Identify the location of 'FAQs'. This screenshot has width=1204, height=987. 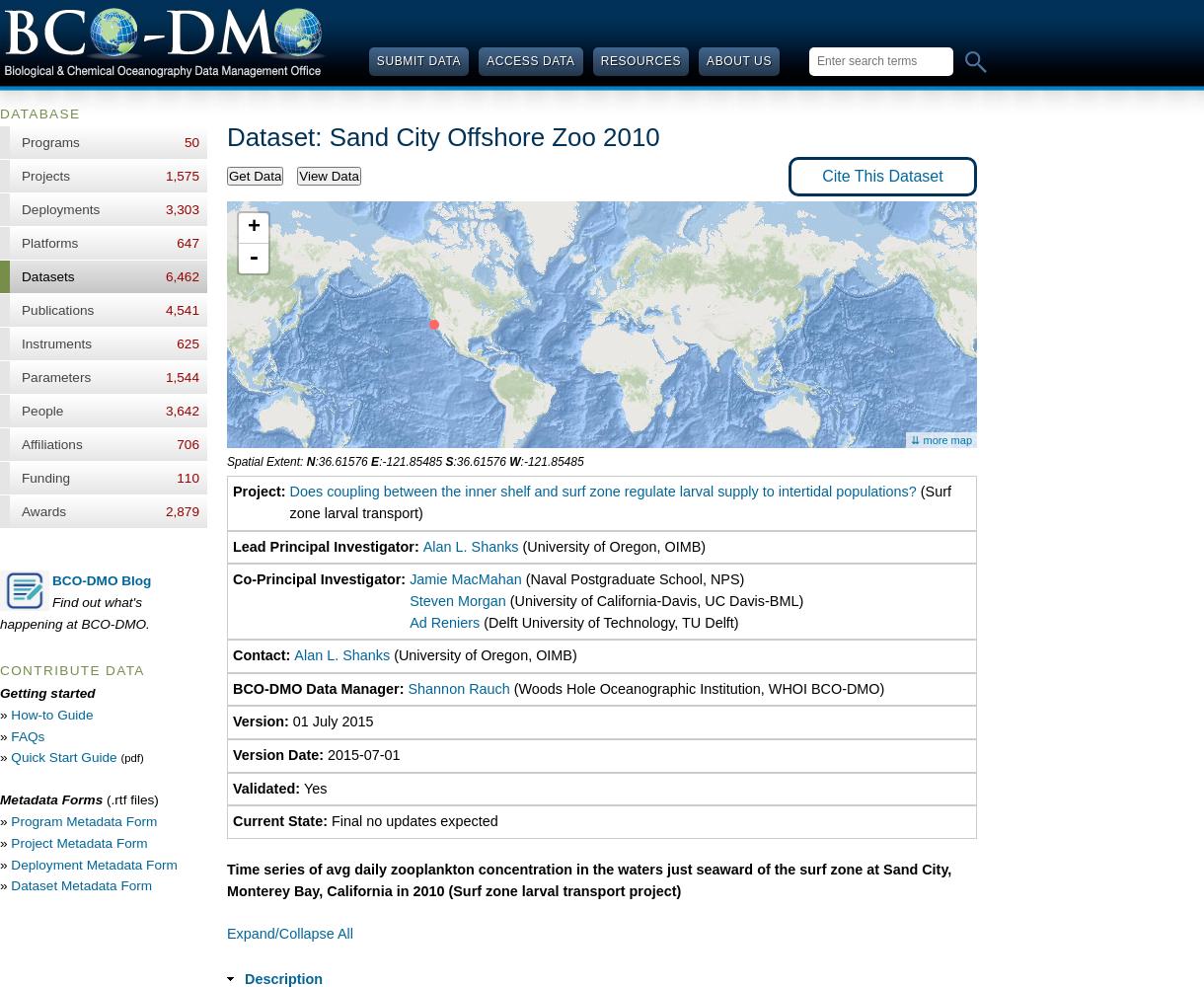
(28, 734).